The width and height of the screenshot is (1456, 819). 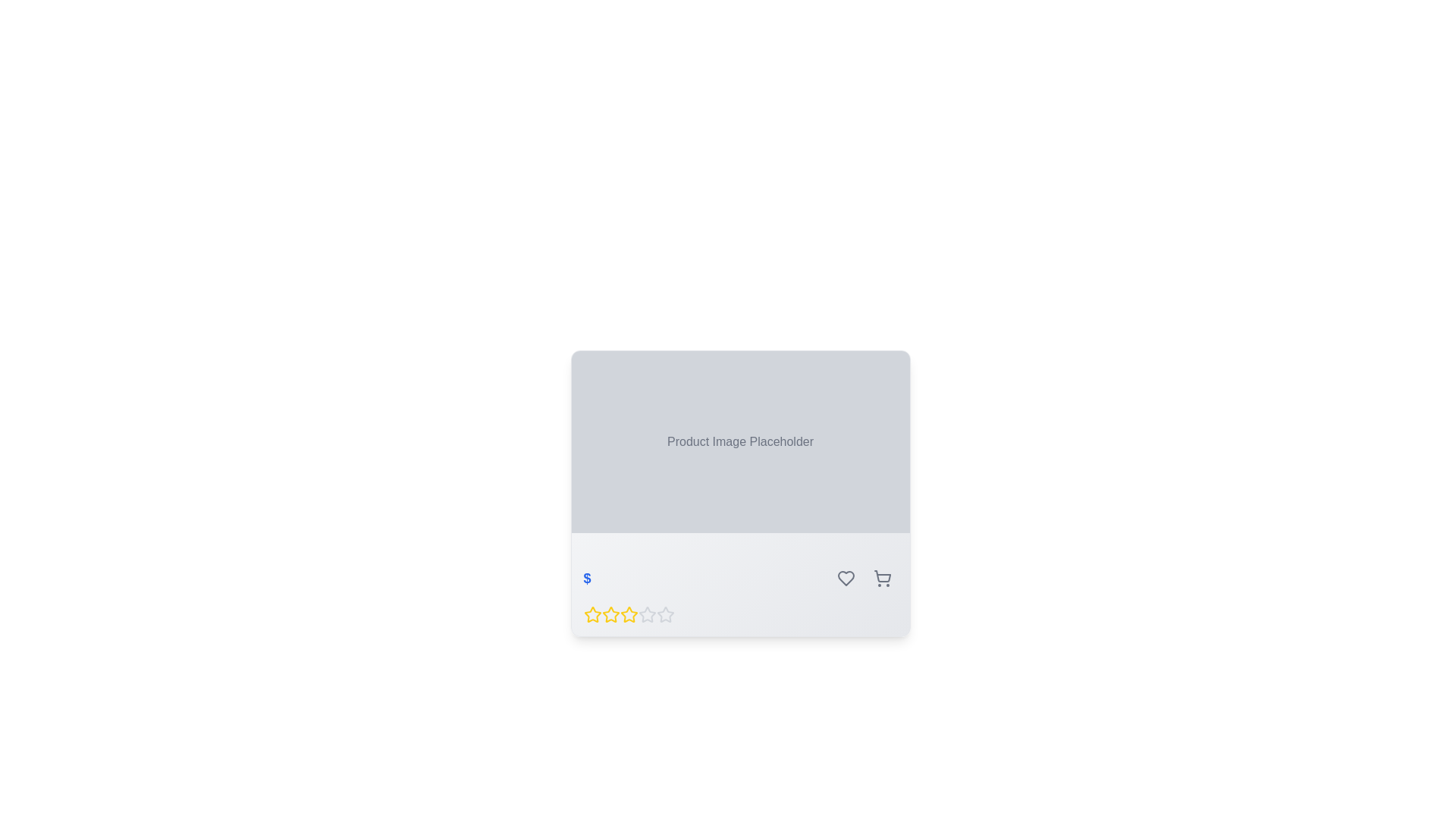 I want to click on the heart-shaped icon with a thin, rounded gray outline located in the bottom-right corner of the card interface, so click(x=845, y=579).